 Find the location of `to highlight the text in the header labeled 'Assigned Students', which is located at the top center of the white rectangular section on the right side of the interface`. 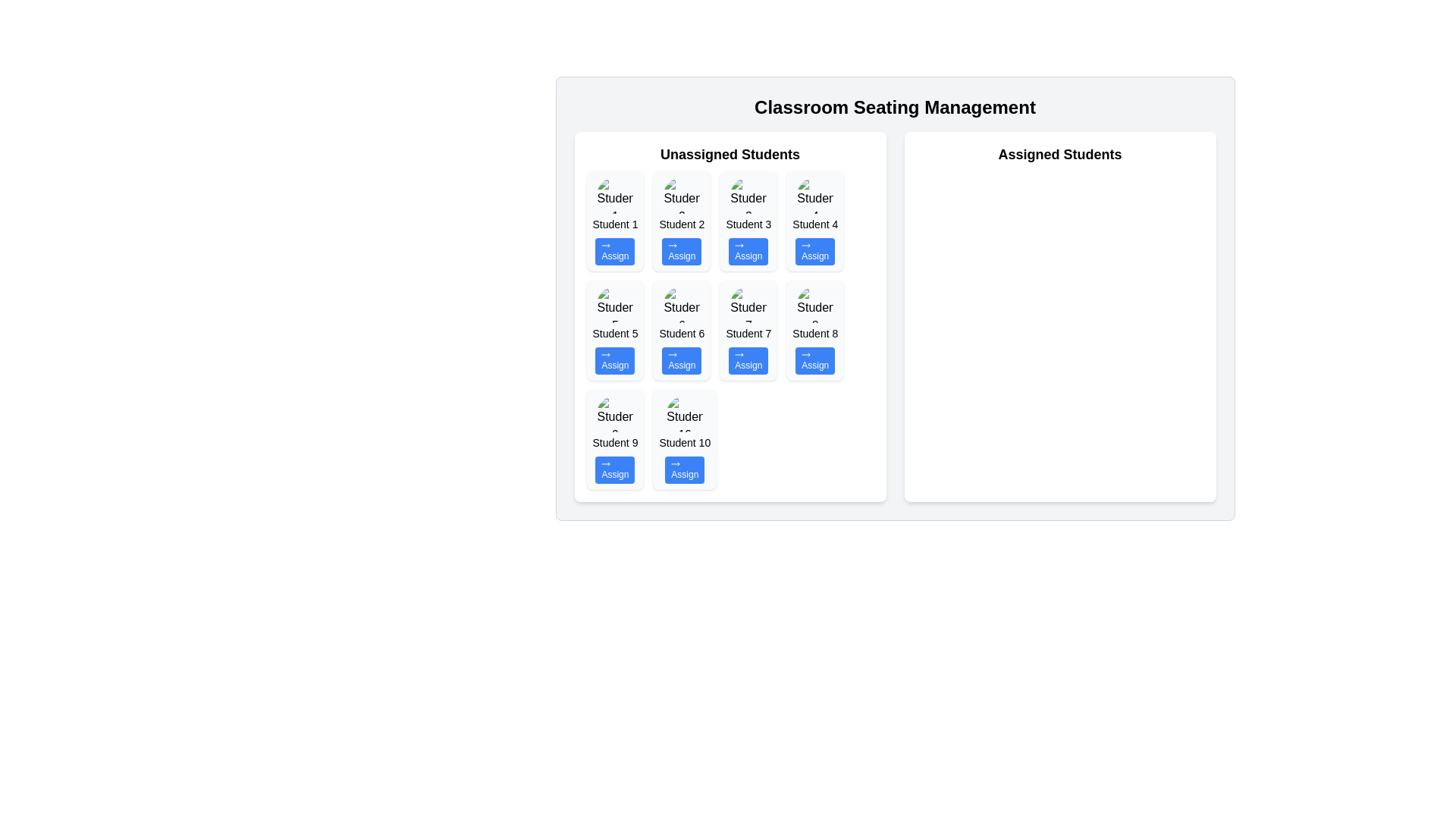

to highlight the text in the header labeled 'Assigned Students', which is located at the top center of the white rectangular section on the right side of the interface is located at coordinates (1059, 155).